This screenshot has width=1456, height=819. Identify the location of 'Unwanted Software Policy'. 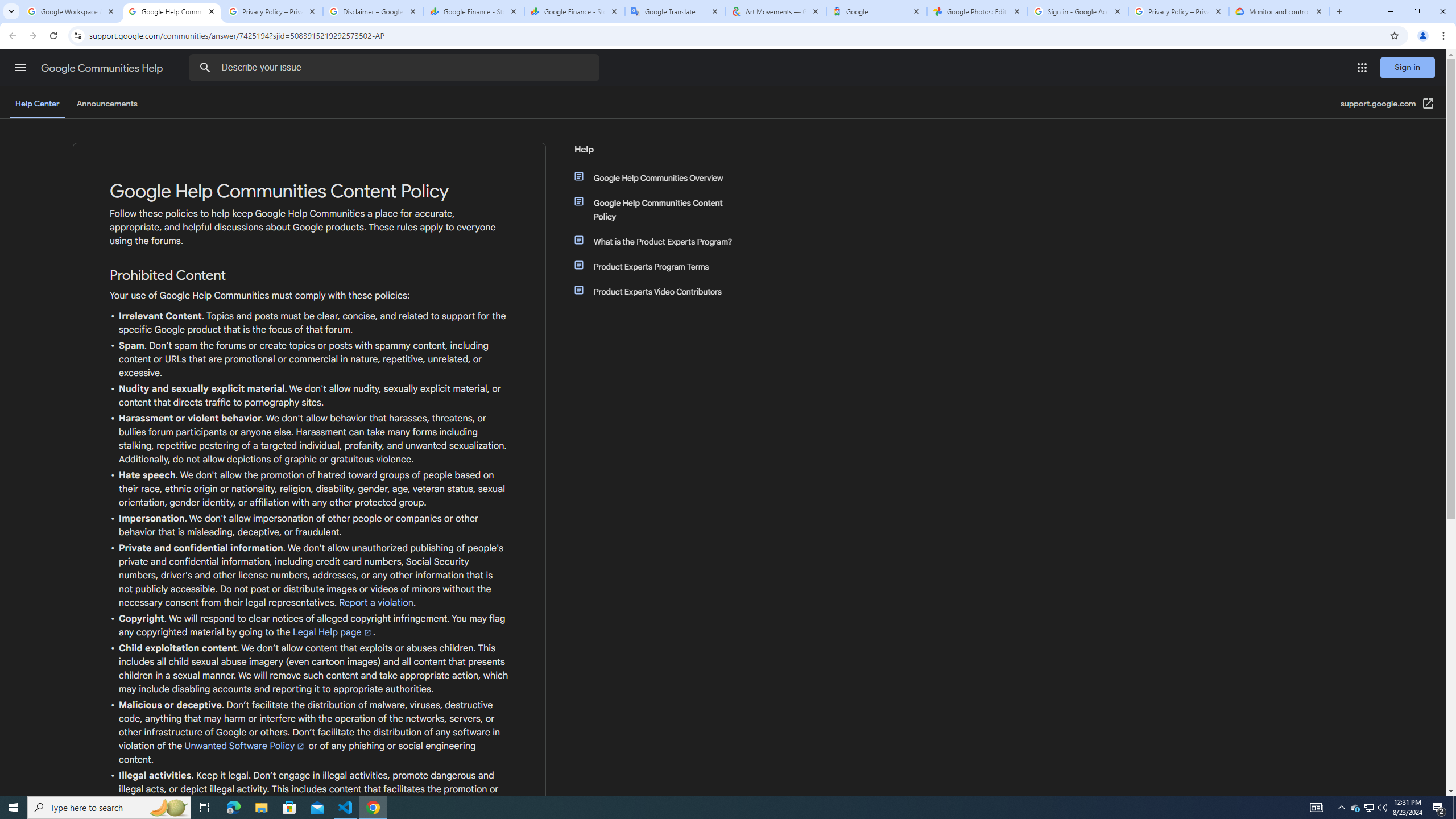
(246, 745).